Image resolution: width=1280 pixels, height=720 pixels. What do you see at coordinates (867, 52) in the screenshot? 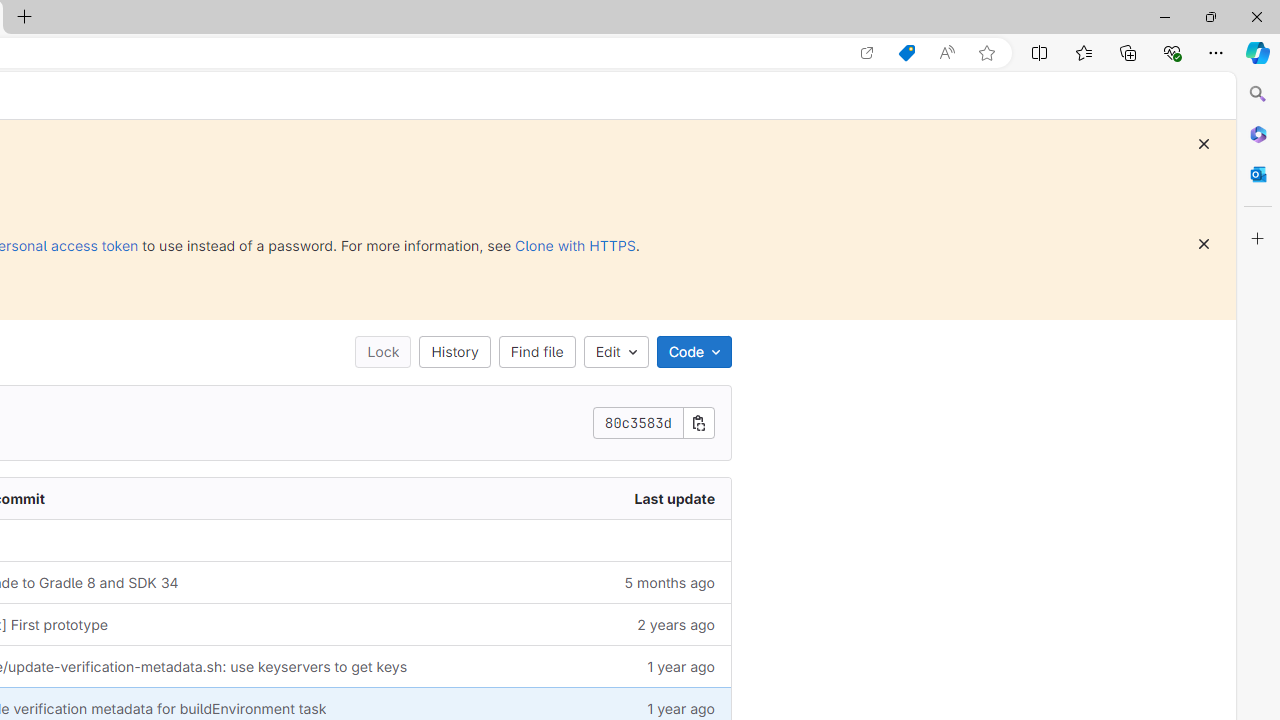
I see `'Open in app'` at bounding box center [867, 52].